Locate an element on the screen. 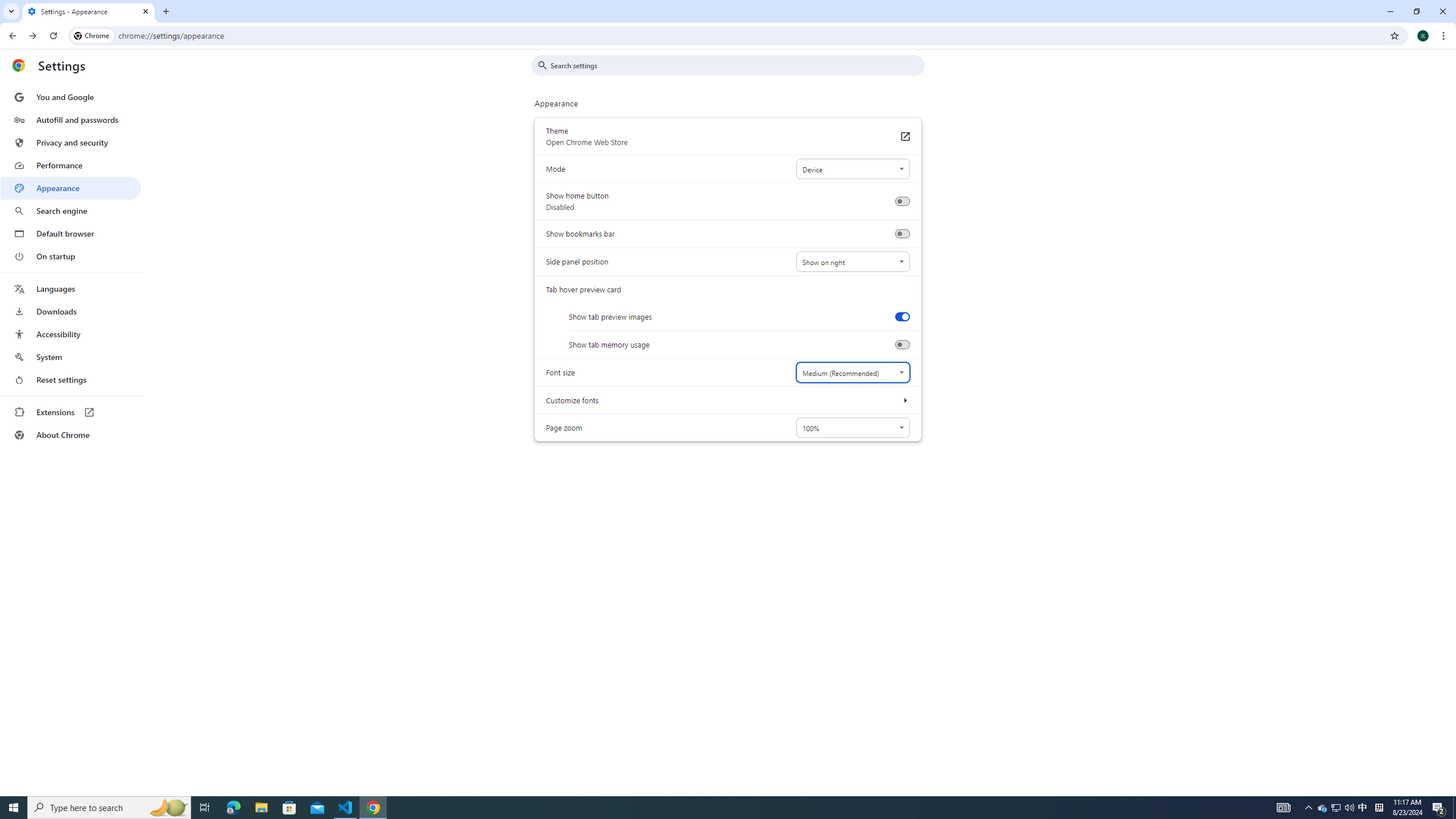  'Show bookmarks bar' is located at coordinates (901, 233).